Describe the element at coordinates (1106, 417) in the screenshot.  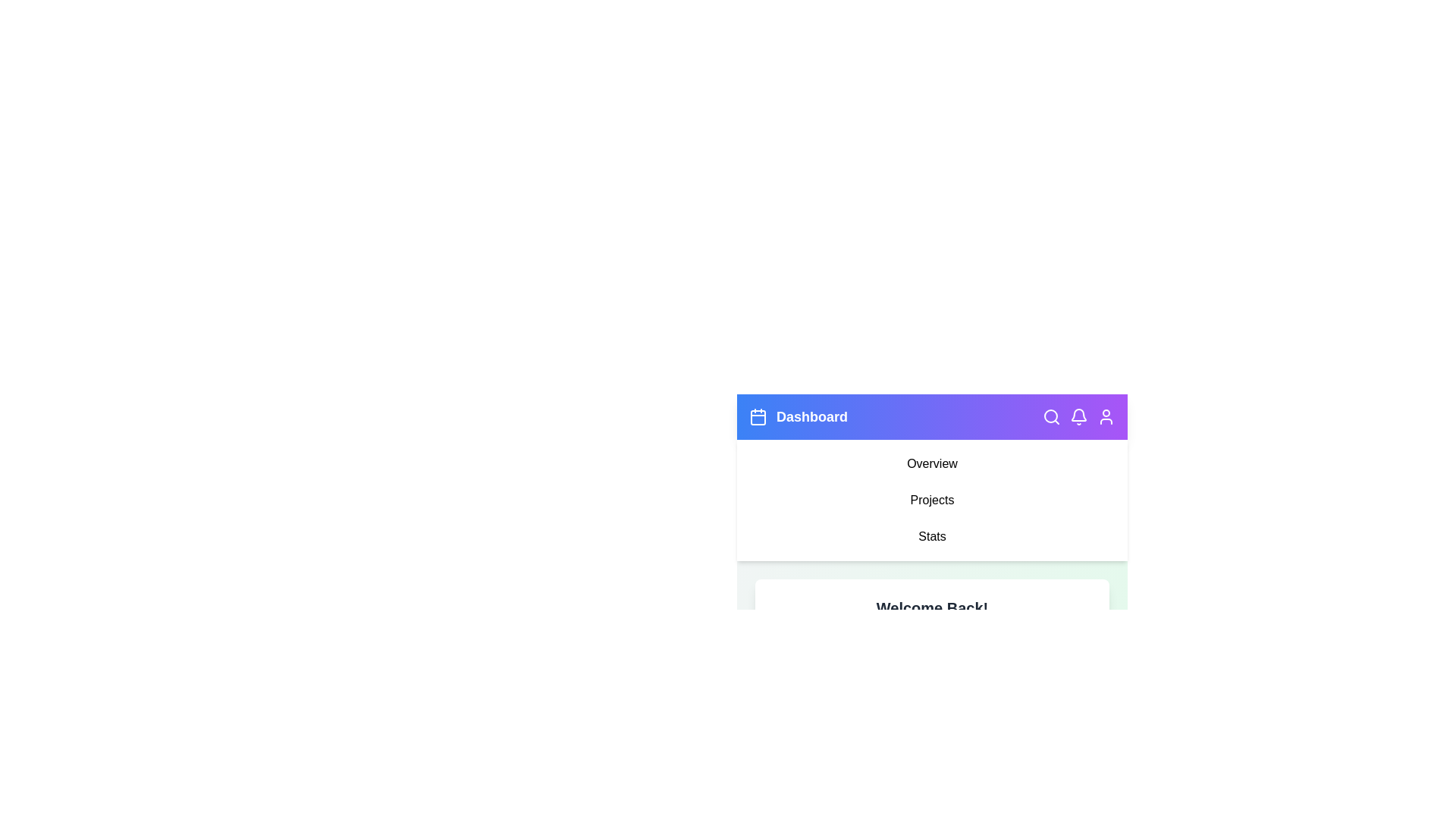
I see `the user icon button to toggle the user menu visibility` at that location.